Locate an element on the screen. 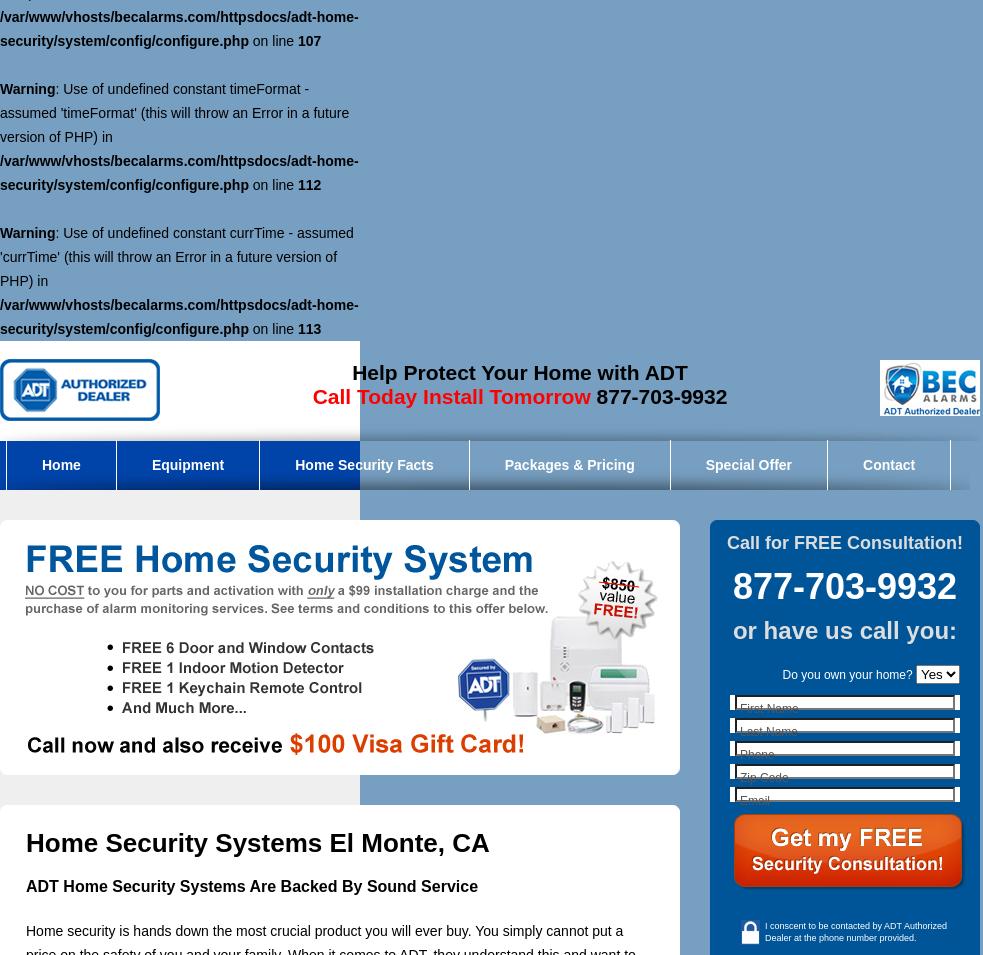 This screenshot has width=983, height=955. 'I conscent to be contacted by ADT Authorized Dealer at the phone number provided.' is located at coordinates (855, 931).